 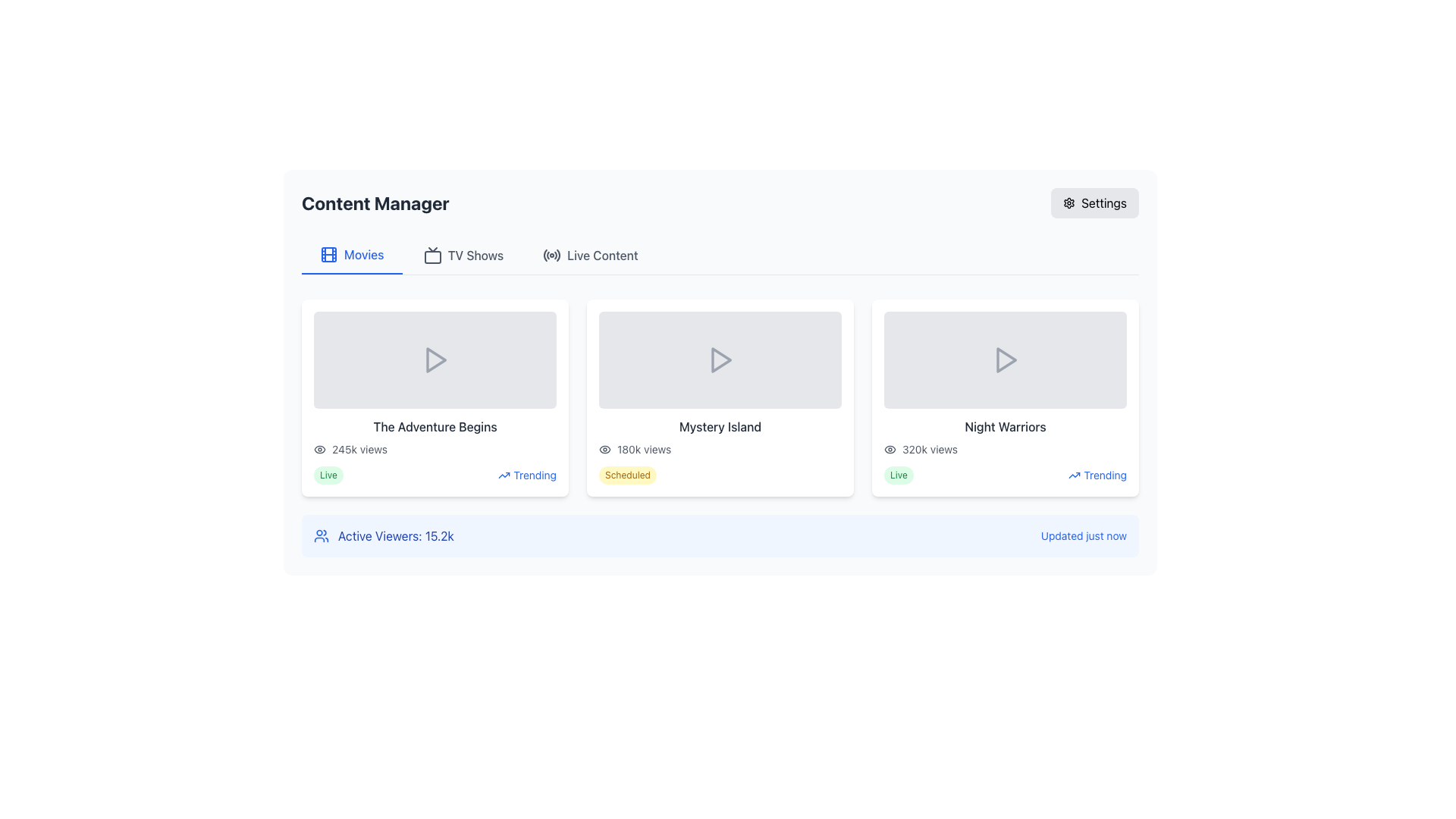 What do you see at coordinates (435, 359) in the screenshot?
I see `the video thumbnail placeholder with a play icon in the first card of the 'Content Manager' interface under the 'Movies' tab` at bounding box center [435, 359].